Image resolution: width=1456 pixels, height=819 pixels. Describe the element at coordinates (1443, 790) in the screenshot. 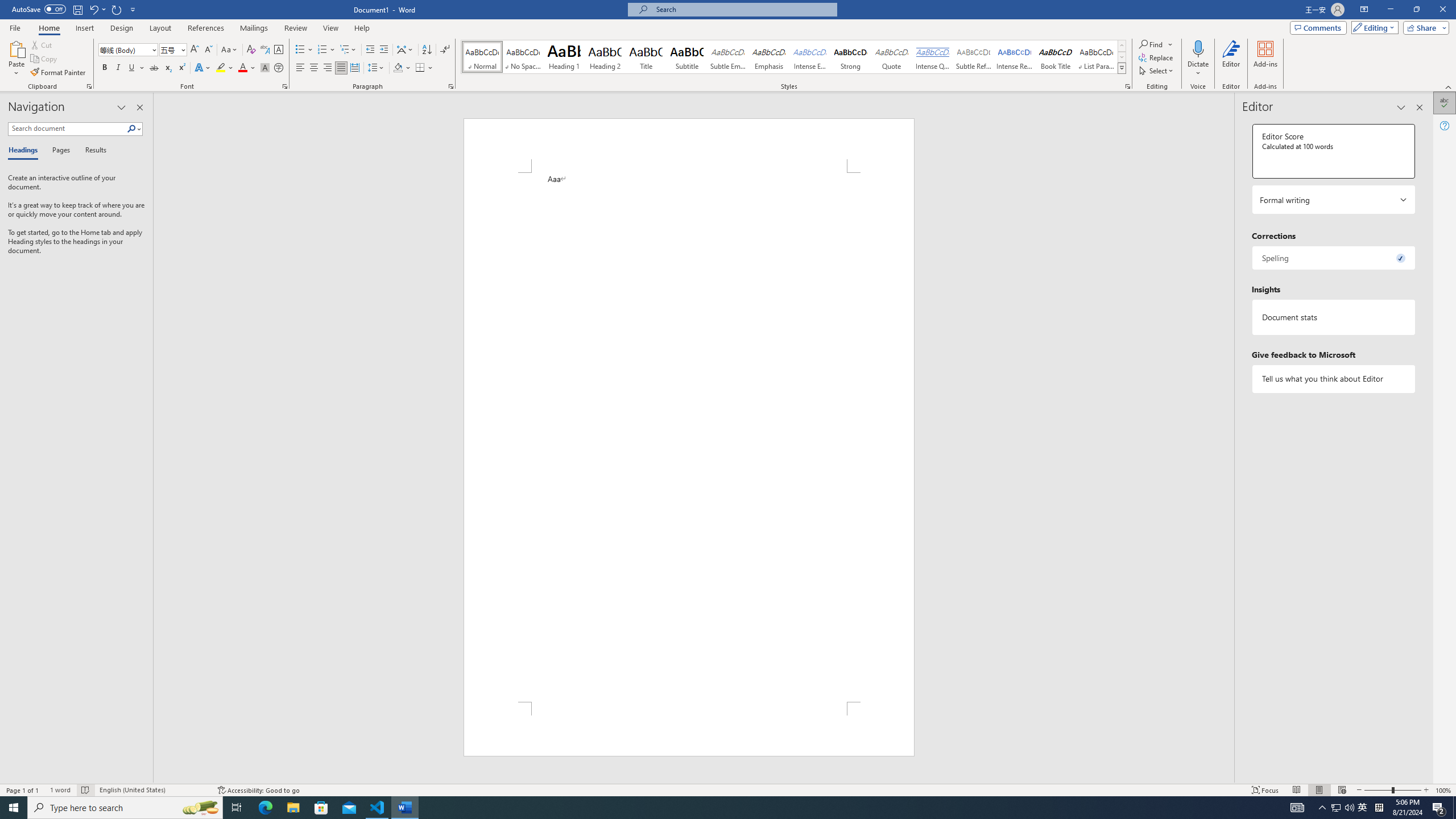

I see `'Zoom 100%'` at that location.